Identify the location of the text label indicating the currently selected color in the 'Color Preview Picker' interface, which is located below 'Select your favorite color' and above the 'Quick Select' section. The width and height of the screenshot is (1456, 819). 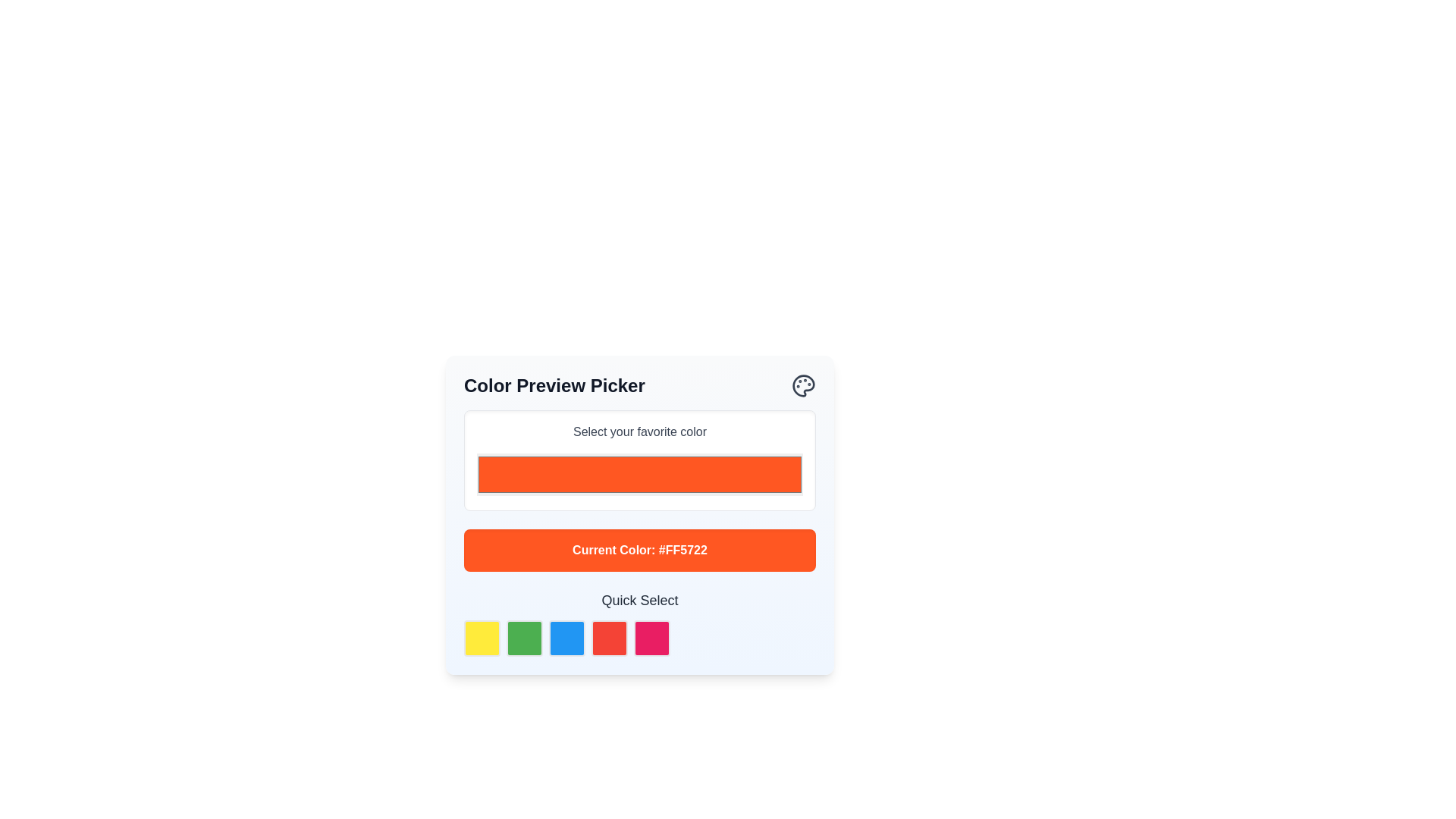
(640, 550).